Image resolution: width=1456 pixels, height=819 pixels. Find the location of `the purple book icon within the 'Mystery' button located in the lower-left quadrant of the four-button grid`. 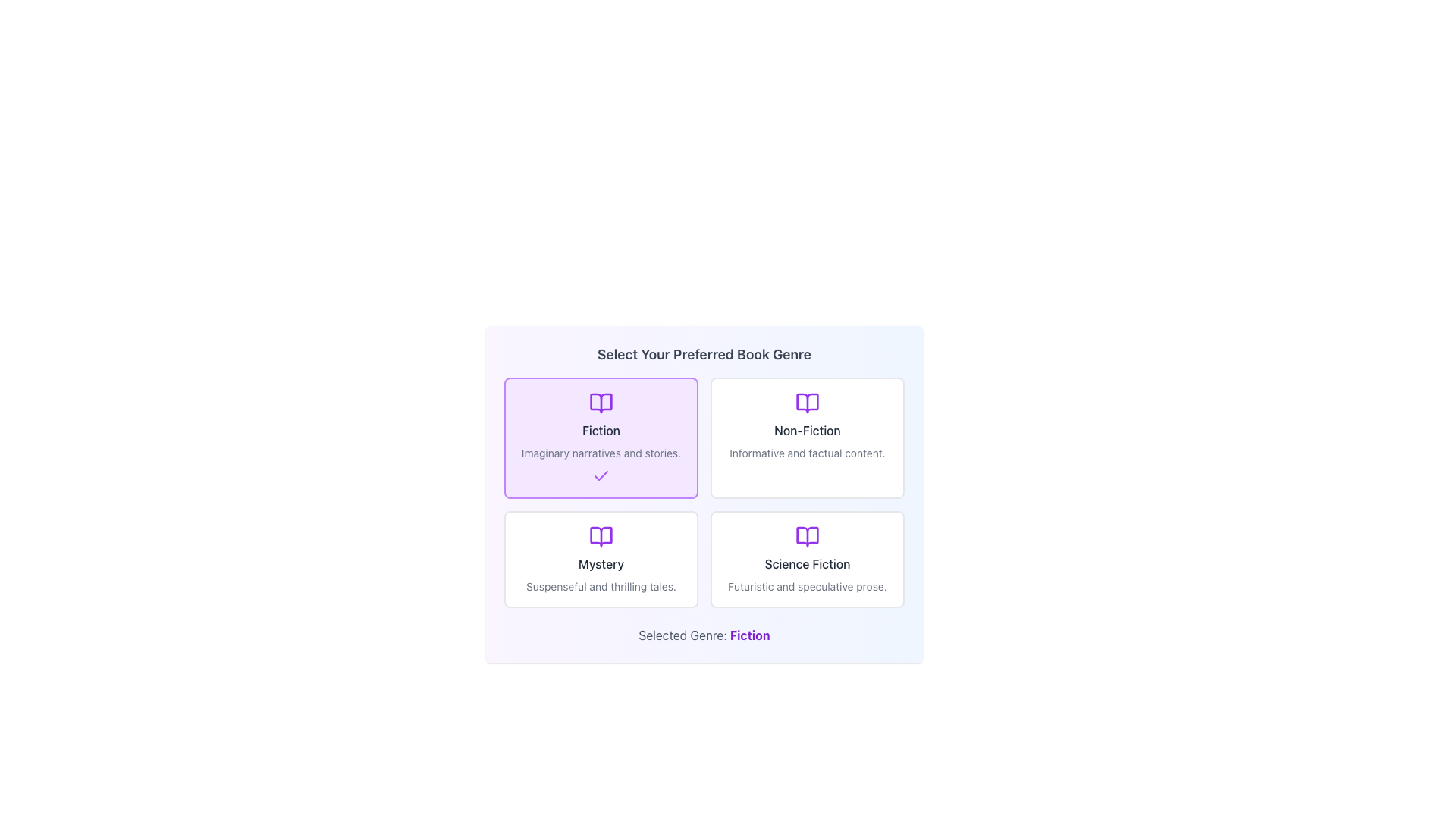

the purple book icon within the 'Mystery' button located in the lower-left quadrant of the four-button grid is located at coordinates (600, 536).